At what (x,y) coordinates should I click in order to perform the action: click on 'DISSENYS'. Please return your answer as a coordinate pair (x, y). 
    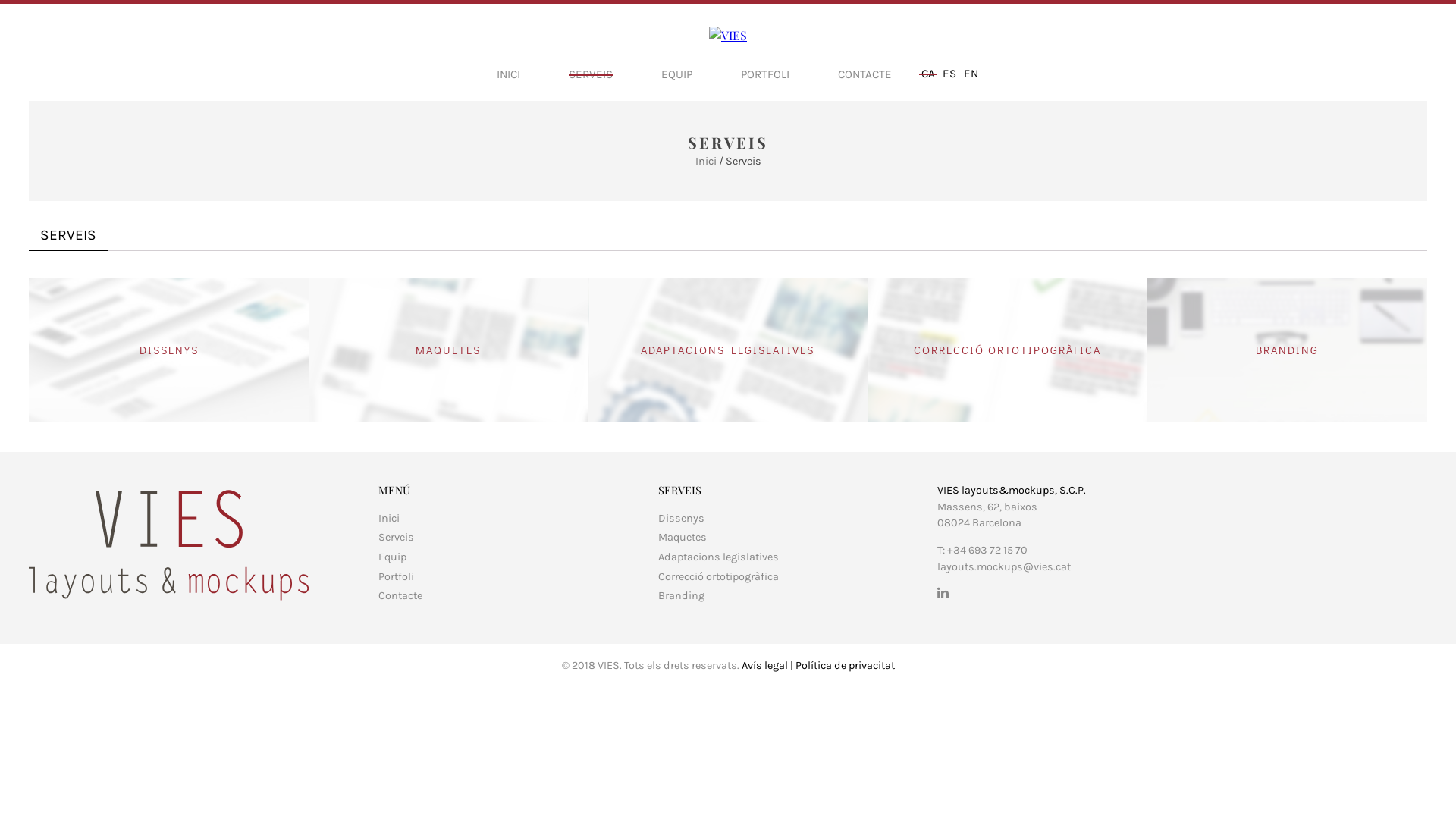
    Looking at the image, I should click on (168, 350).